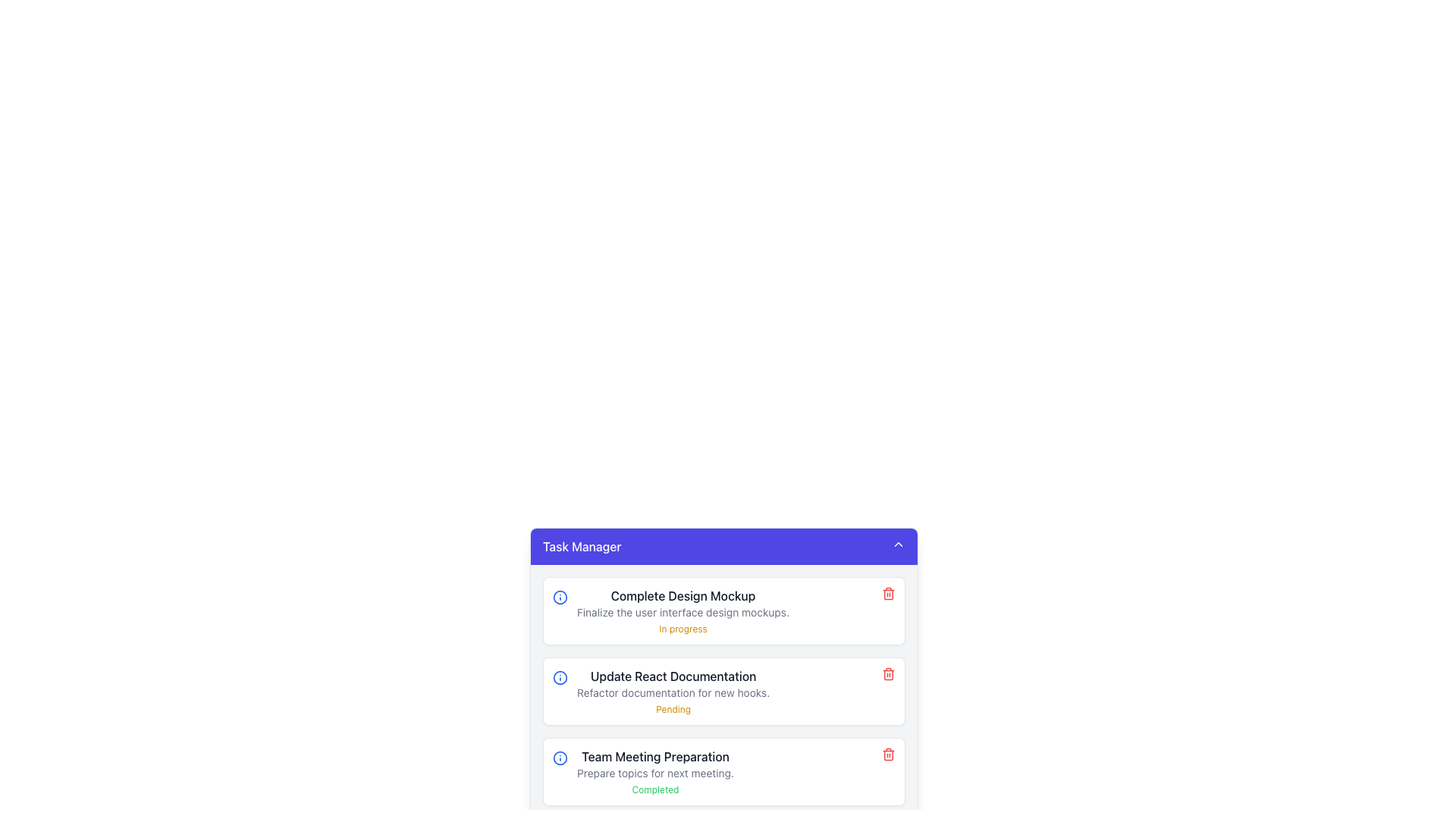 This screenshot has height=819, width=1456. Describe the element at coordinates (655, 757) in the screenshot. I see `text from the bold label displaying 'Team Meeting Preparation' in the task list titled 'Task Manager', specifically located in the third task item` at that location.